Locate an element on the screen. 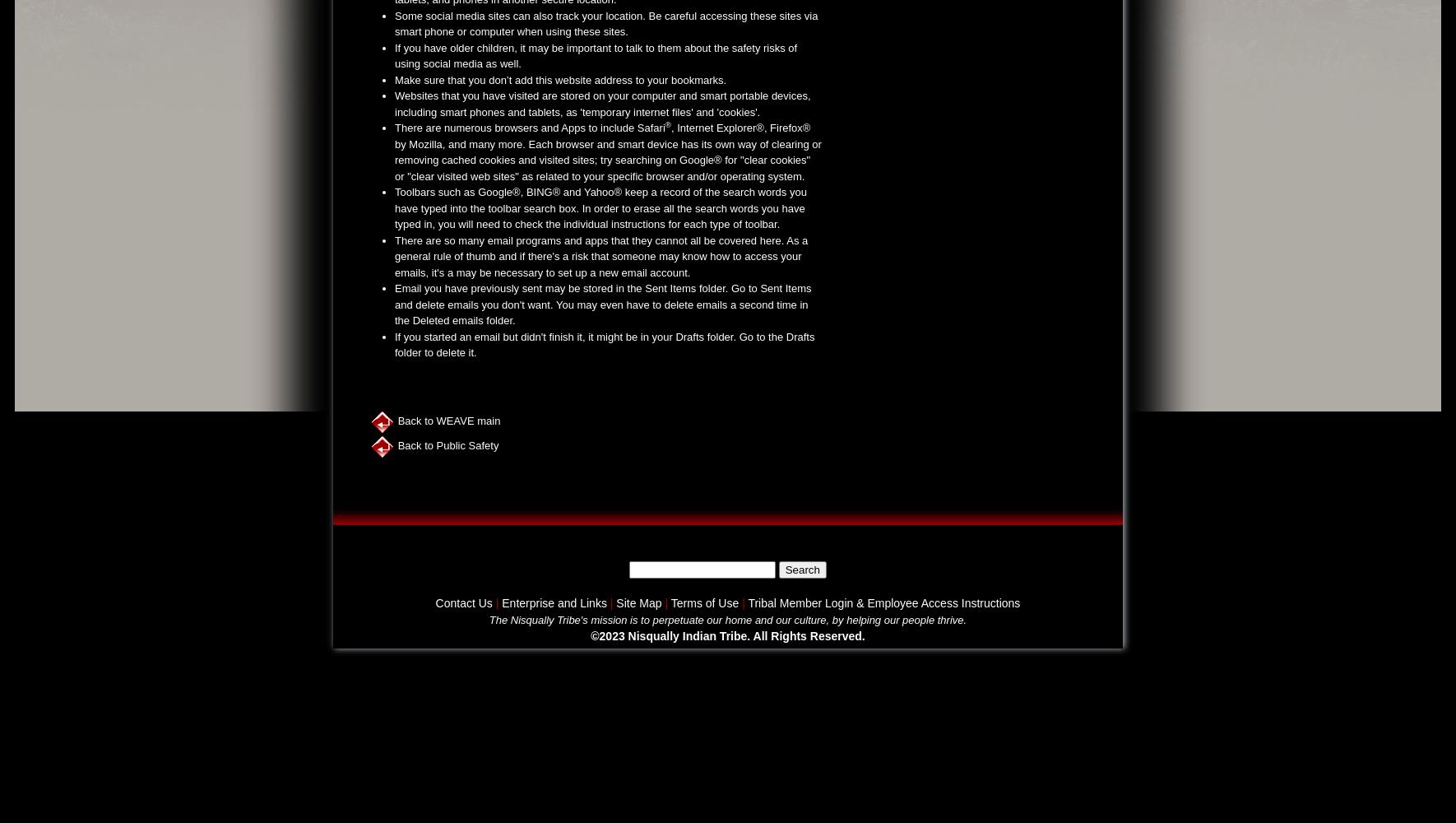 Image resolution: width=1456 pixels, height=823 pixels. '©2023 Nisqually Indian Tribe. All Rights Reserved.' is located at coordinates (727, 636).